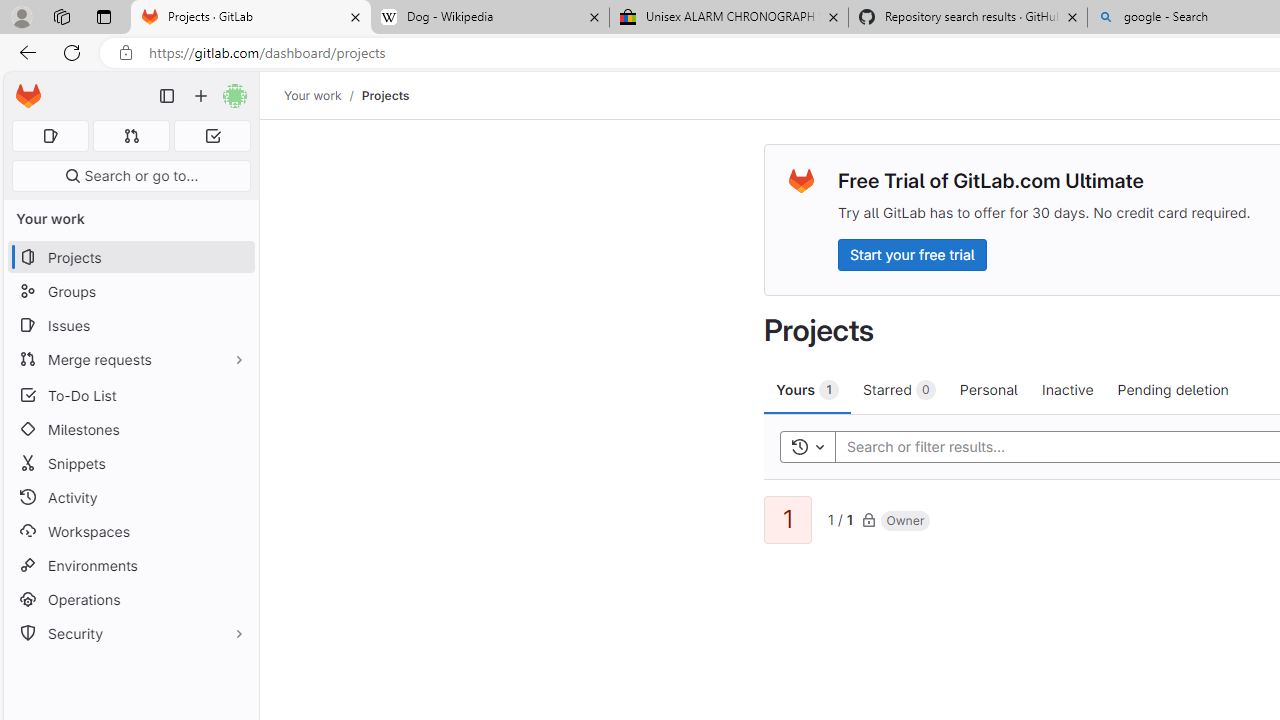 This screenshot has width=1280, height=720. What do you see at coordinates (786, 518) in the screenshot?
I see `'1'` at bounding box center [786, 518].